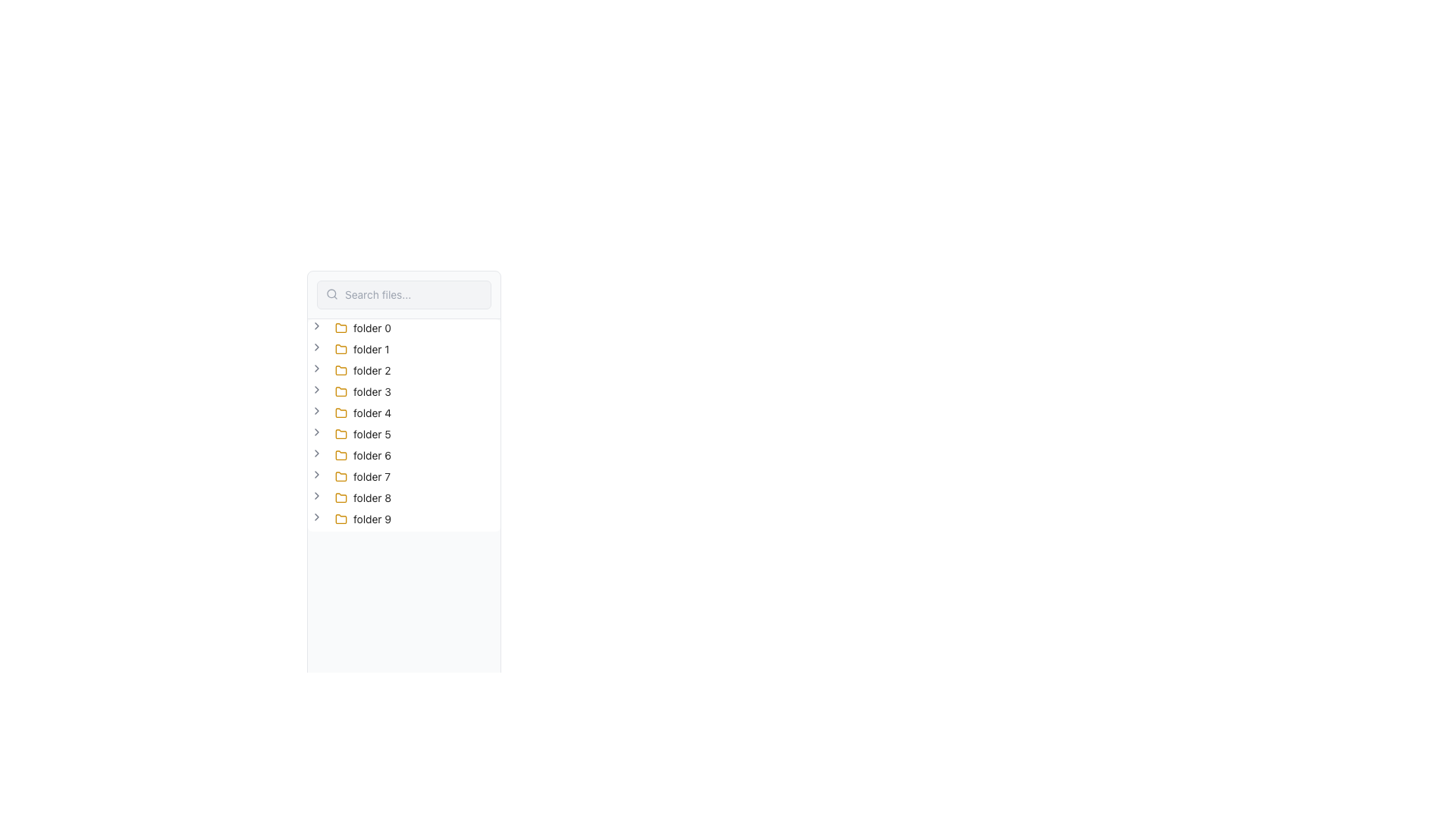 This screenshot has width=1456, height=819. Describe the element at coordinates (315, 475) in the screenshot. I see `the Tree view toggle icon located to the left of 'folder 7'` at that location.